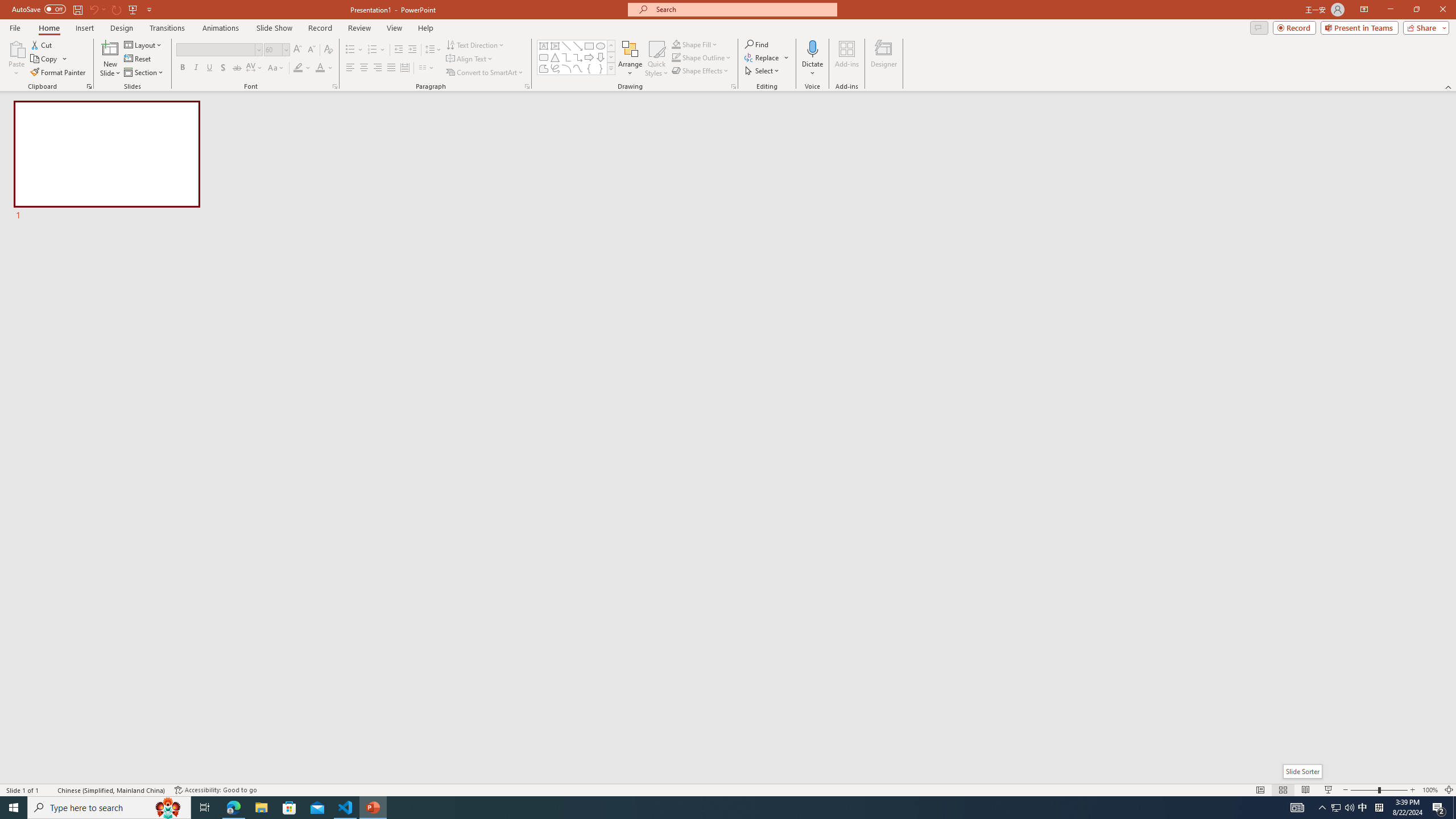 Image resolution: width=1456 pixels, height=819 pixels. I want to click on 'Quick Access Toolbar', so click(82, 9).